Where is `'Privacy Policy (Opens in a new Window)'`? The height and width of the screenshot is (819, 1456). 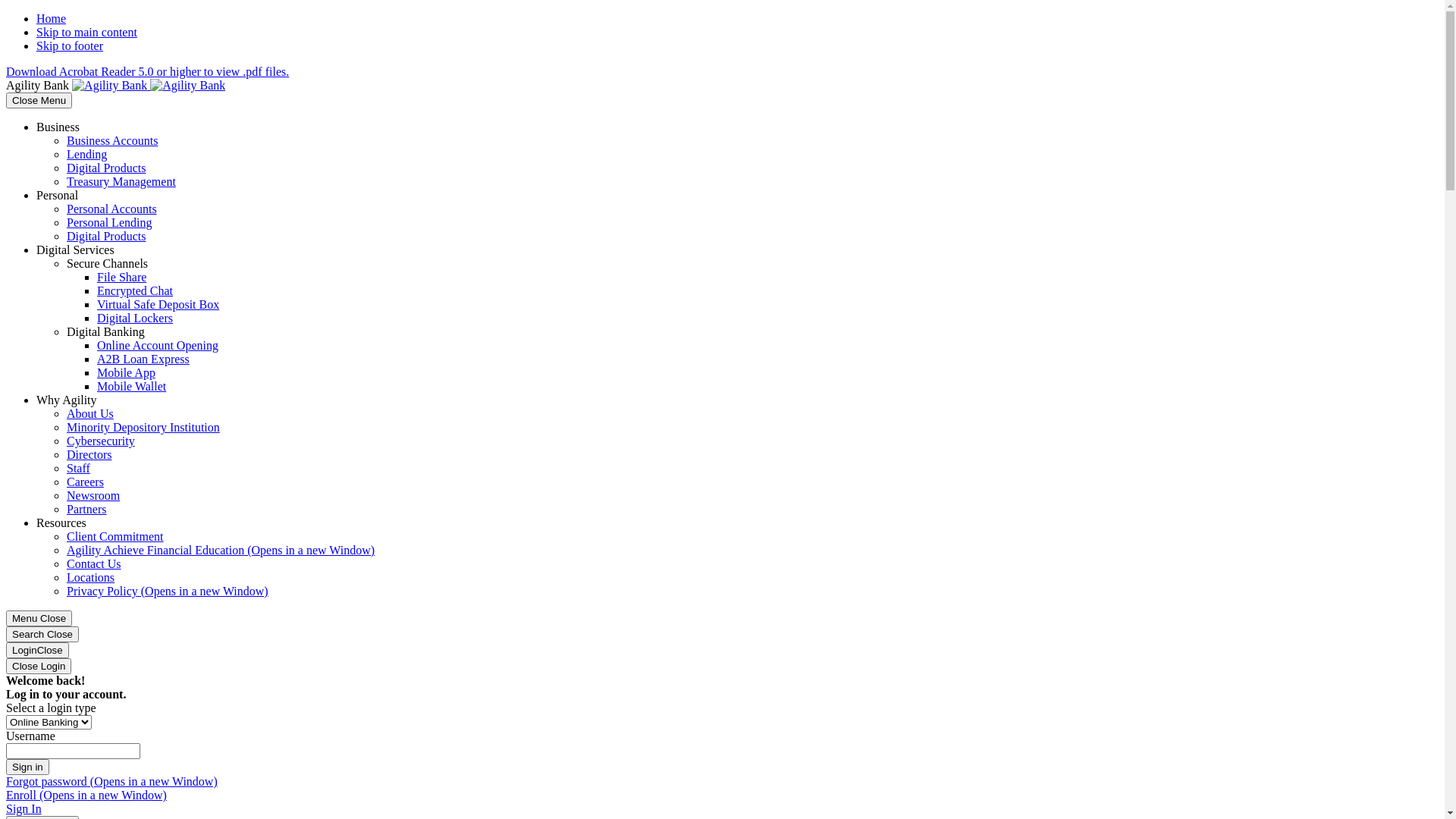 'Privacy Policy (Opens in a new Window)' is located at coordinates (167, 590).